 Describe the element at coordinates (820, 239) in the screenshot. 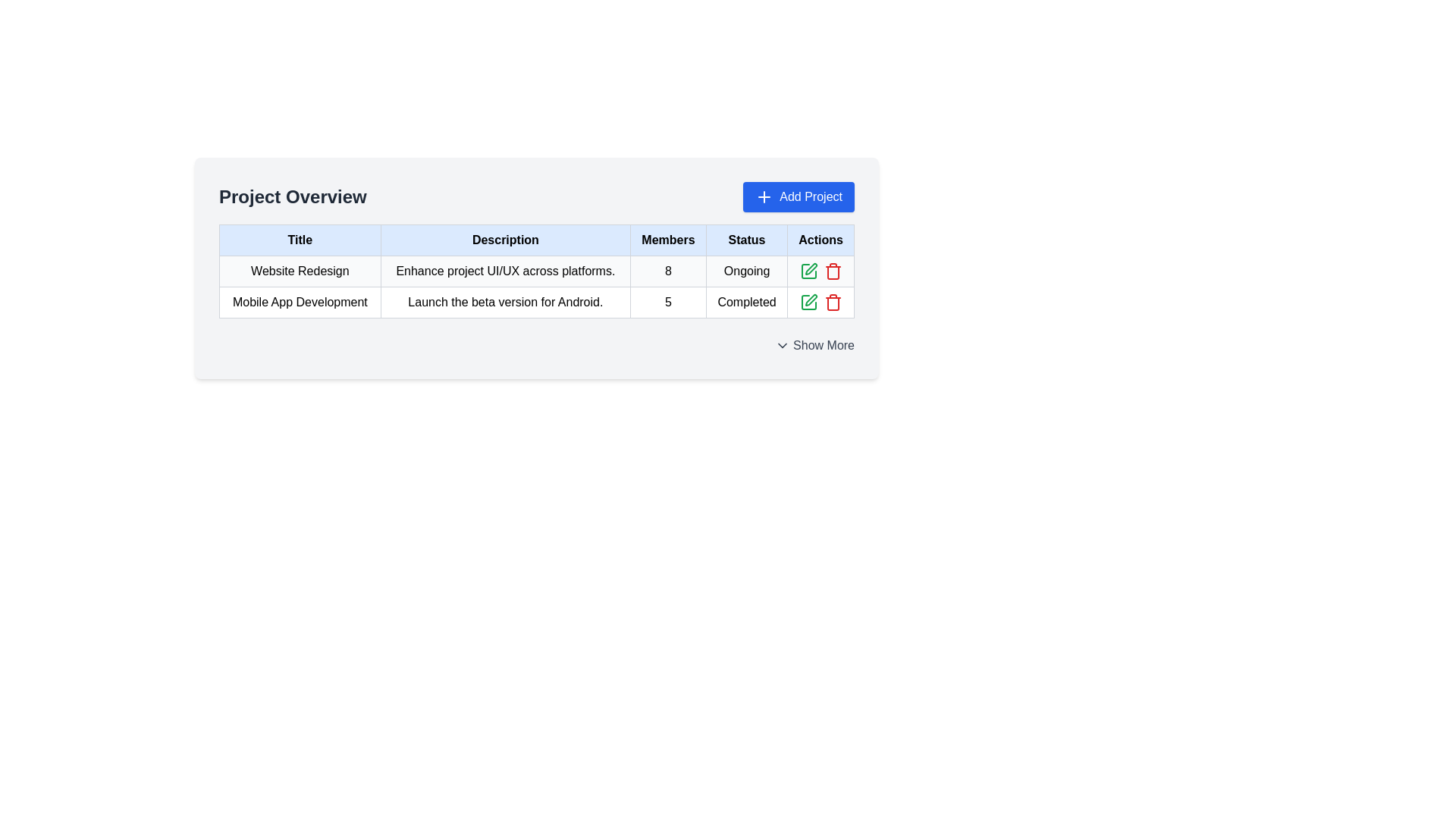

I see `the Table Header Cell labeled 'Actions' with a light blue background located at the far right of the header row` at that location.